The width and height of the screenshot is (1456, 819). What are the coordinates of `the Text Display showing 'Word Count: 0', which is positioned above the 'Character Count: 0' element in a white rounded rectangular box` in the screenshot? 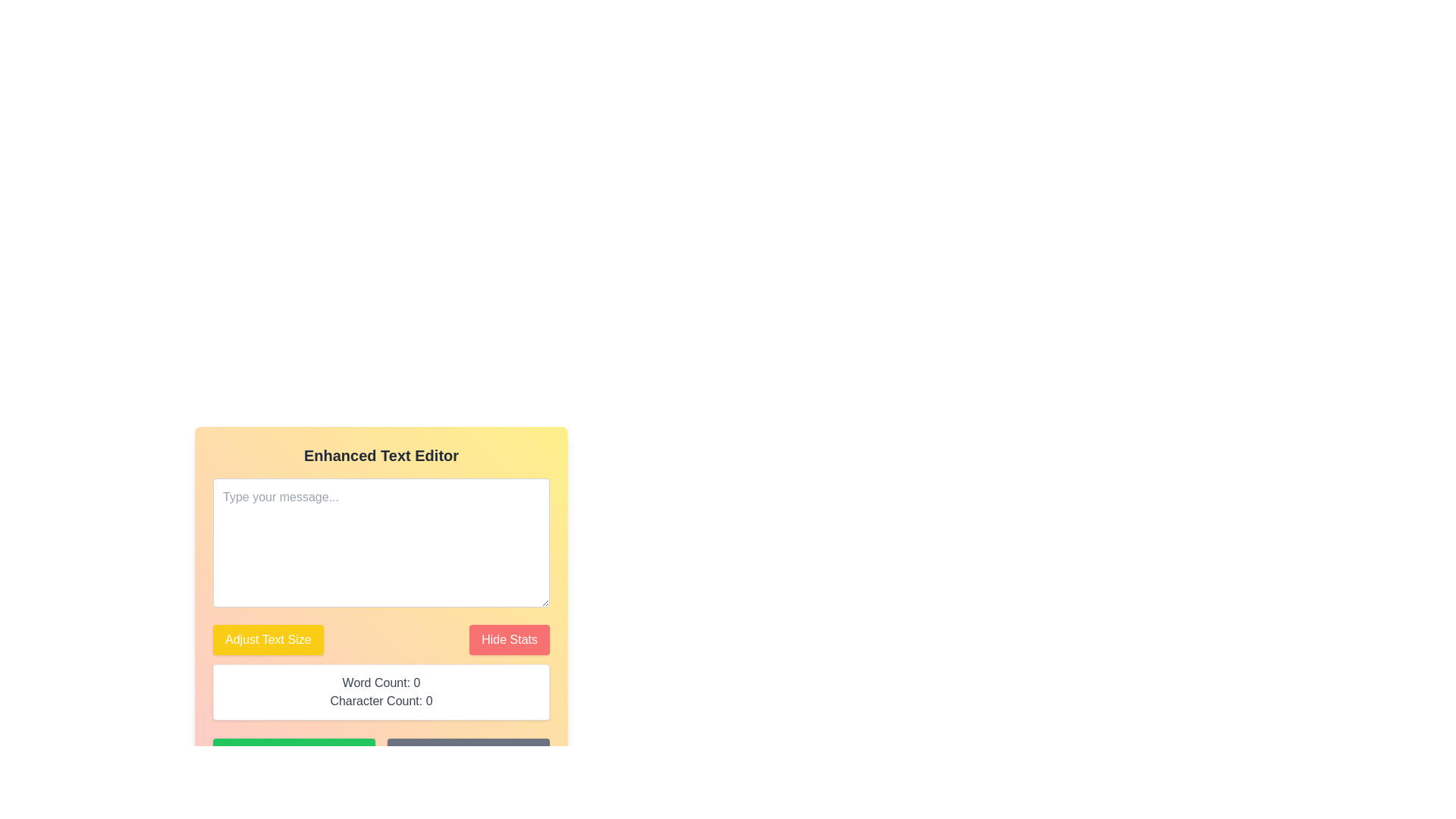 It's located at (381, 683).